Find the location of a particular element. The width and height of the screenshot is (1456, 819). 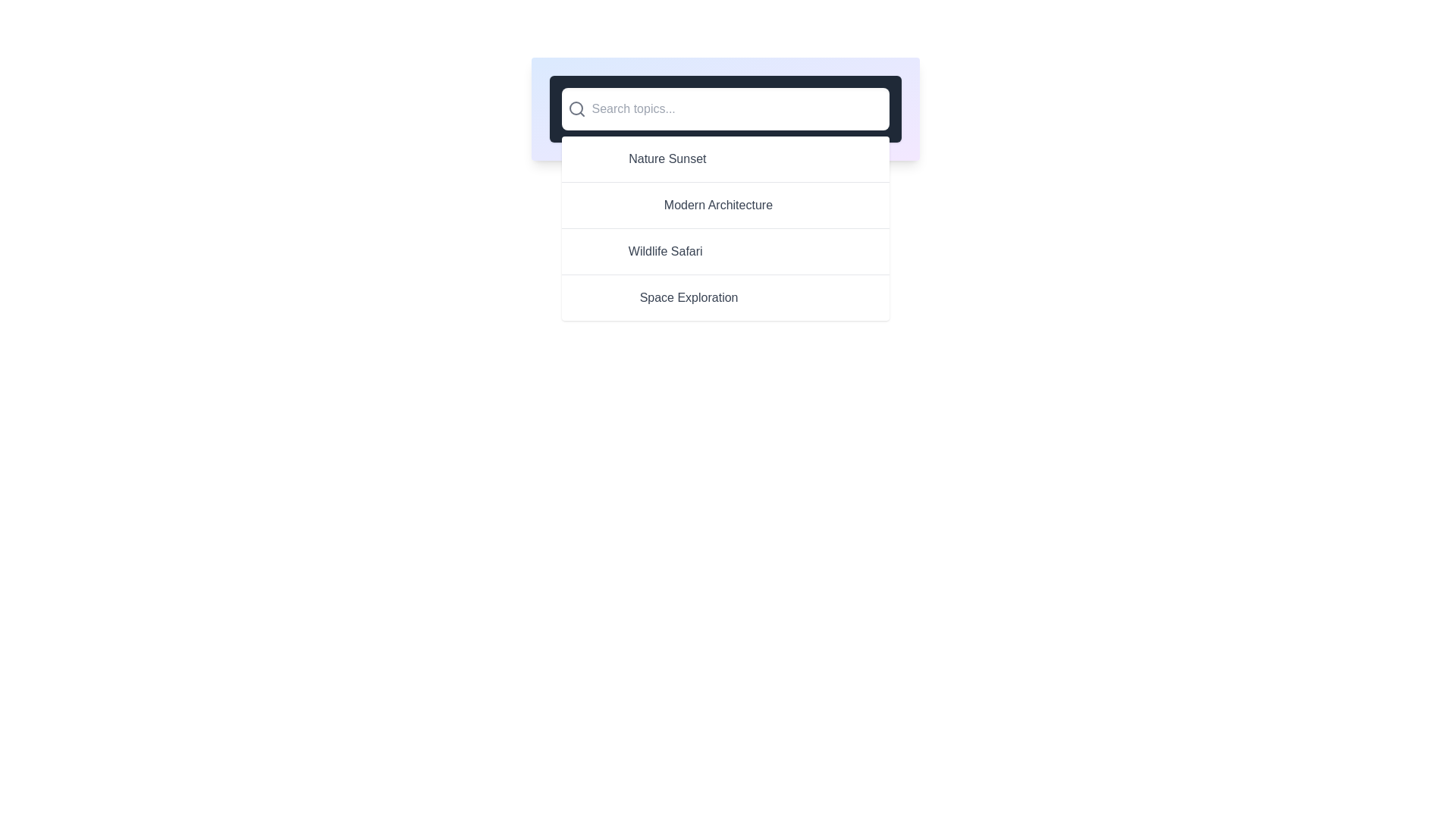

emoji symbol that appears to the left of the text 'Wildlife Safari' in the third list item, styled with a larger font size is located at coordinates (594, 250).